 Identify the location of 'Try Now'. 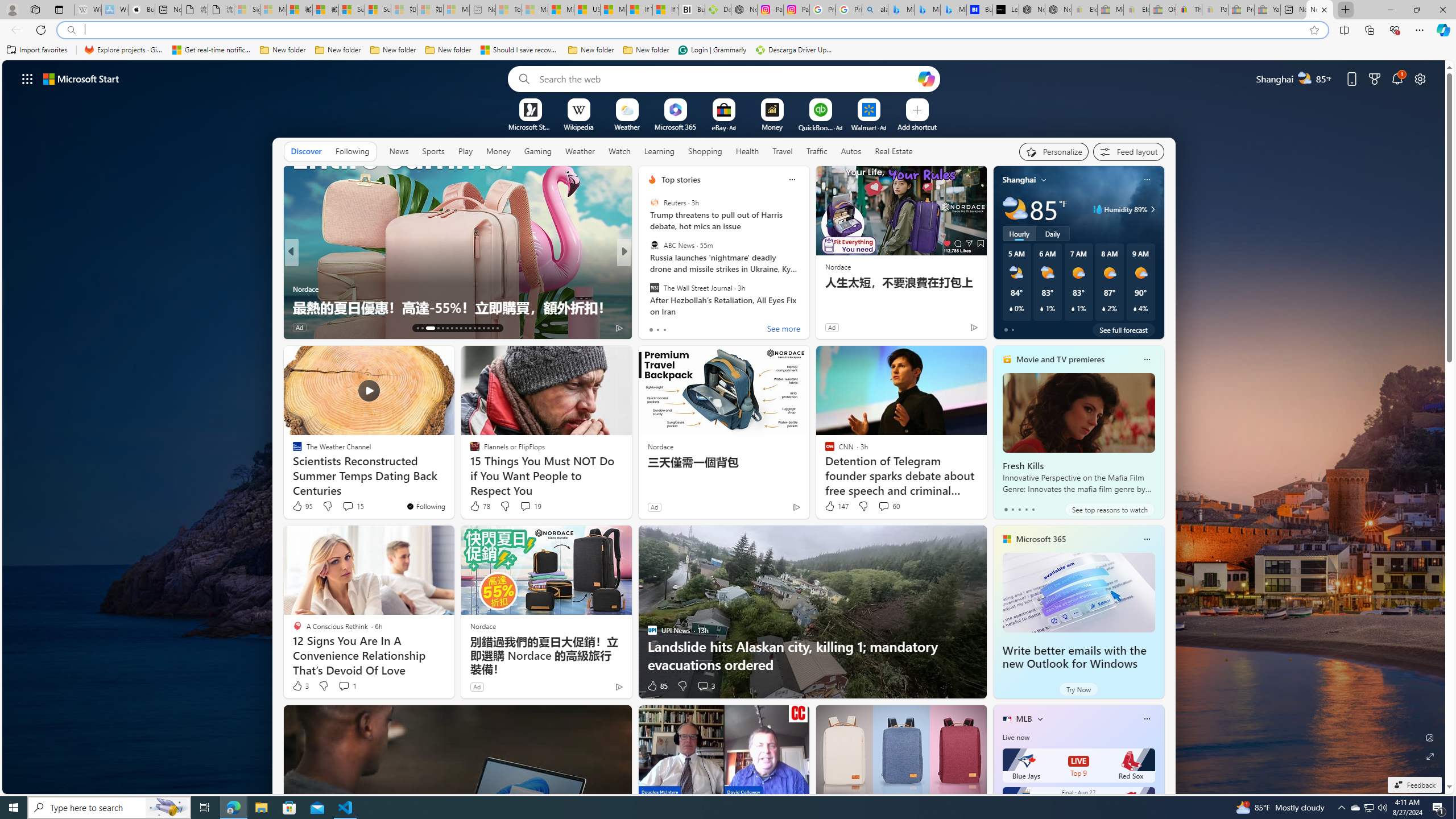
(1078, 688).